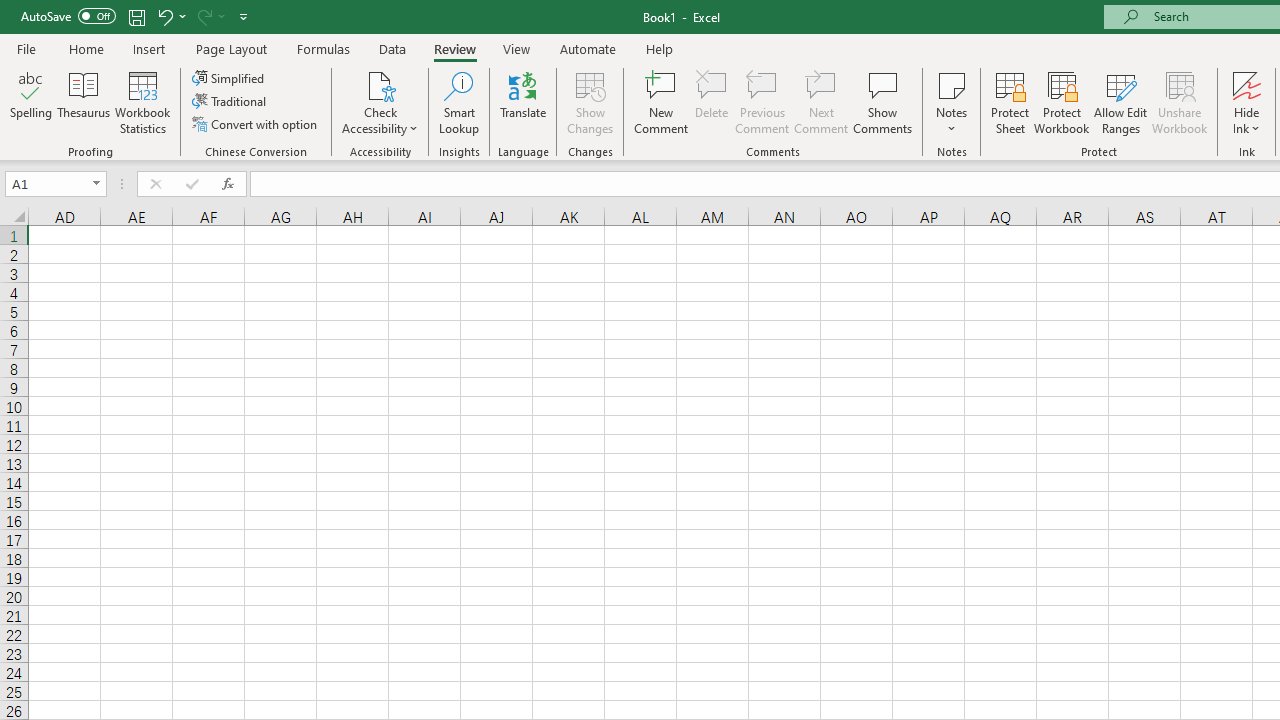  I want to click on 'Show Changes', so click(589, 103).